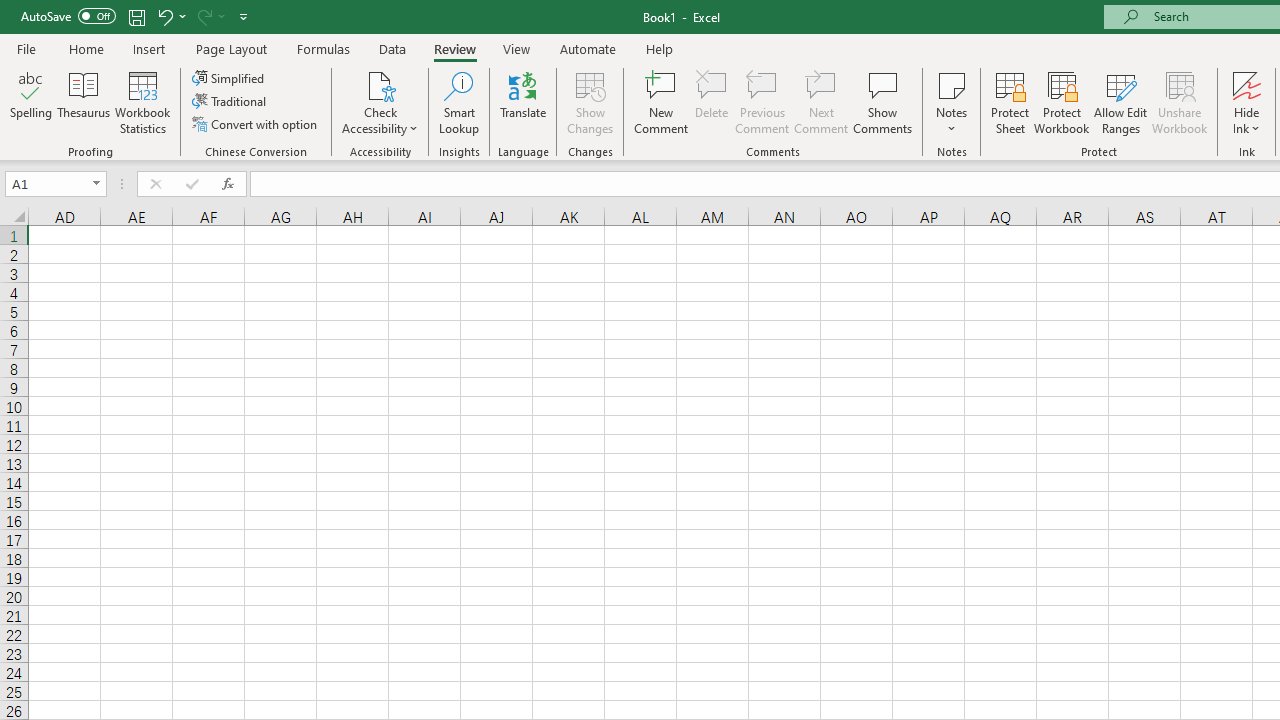  I want to click on 'Show Changes', so click(589, 103).